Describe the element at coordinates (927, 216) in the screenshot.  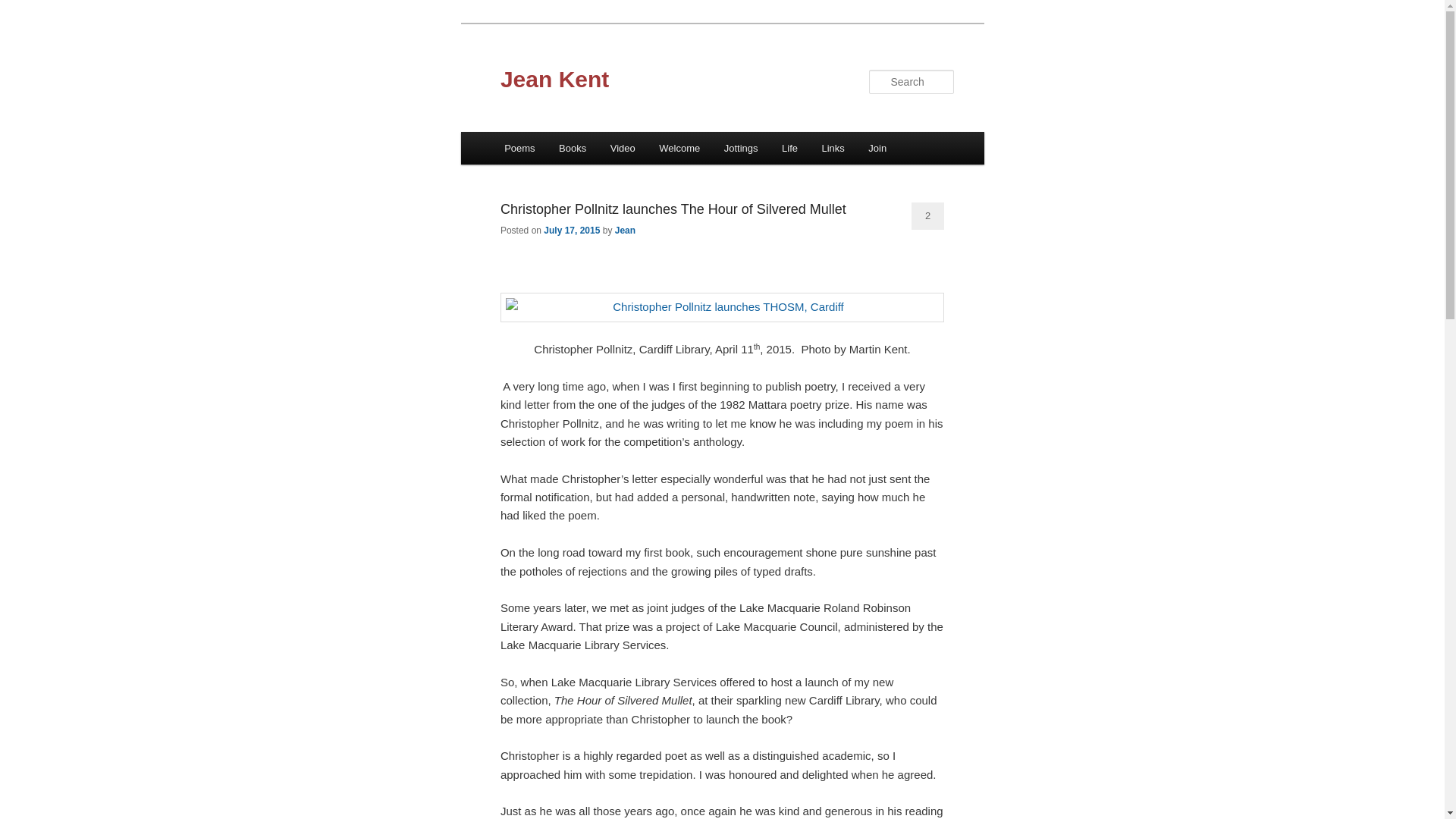
I see `'2'` at that location.